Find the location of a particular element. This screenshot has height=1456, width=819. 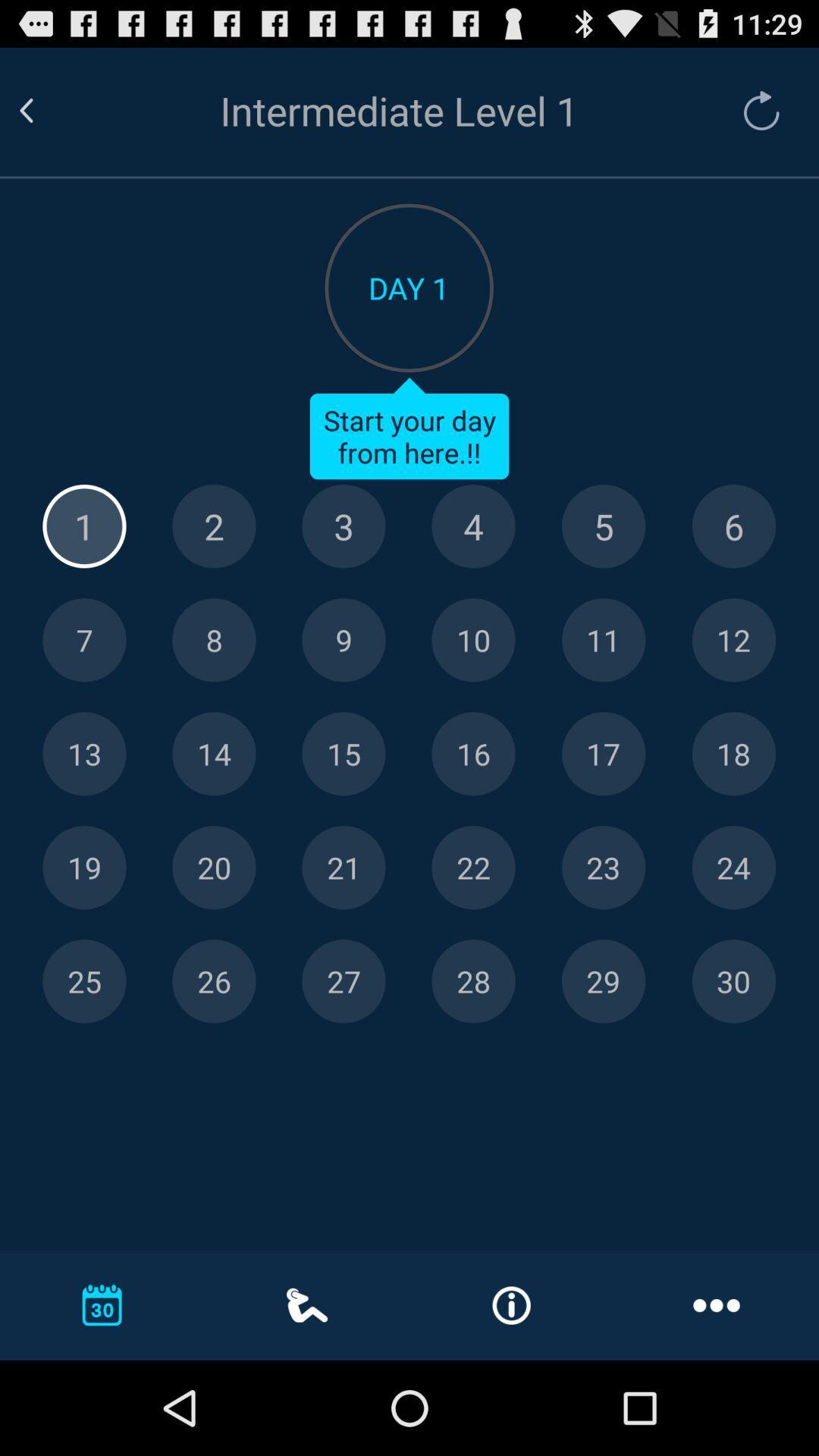

day is located at coordinates (472, 868).